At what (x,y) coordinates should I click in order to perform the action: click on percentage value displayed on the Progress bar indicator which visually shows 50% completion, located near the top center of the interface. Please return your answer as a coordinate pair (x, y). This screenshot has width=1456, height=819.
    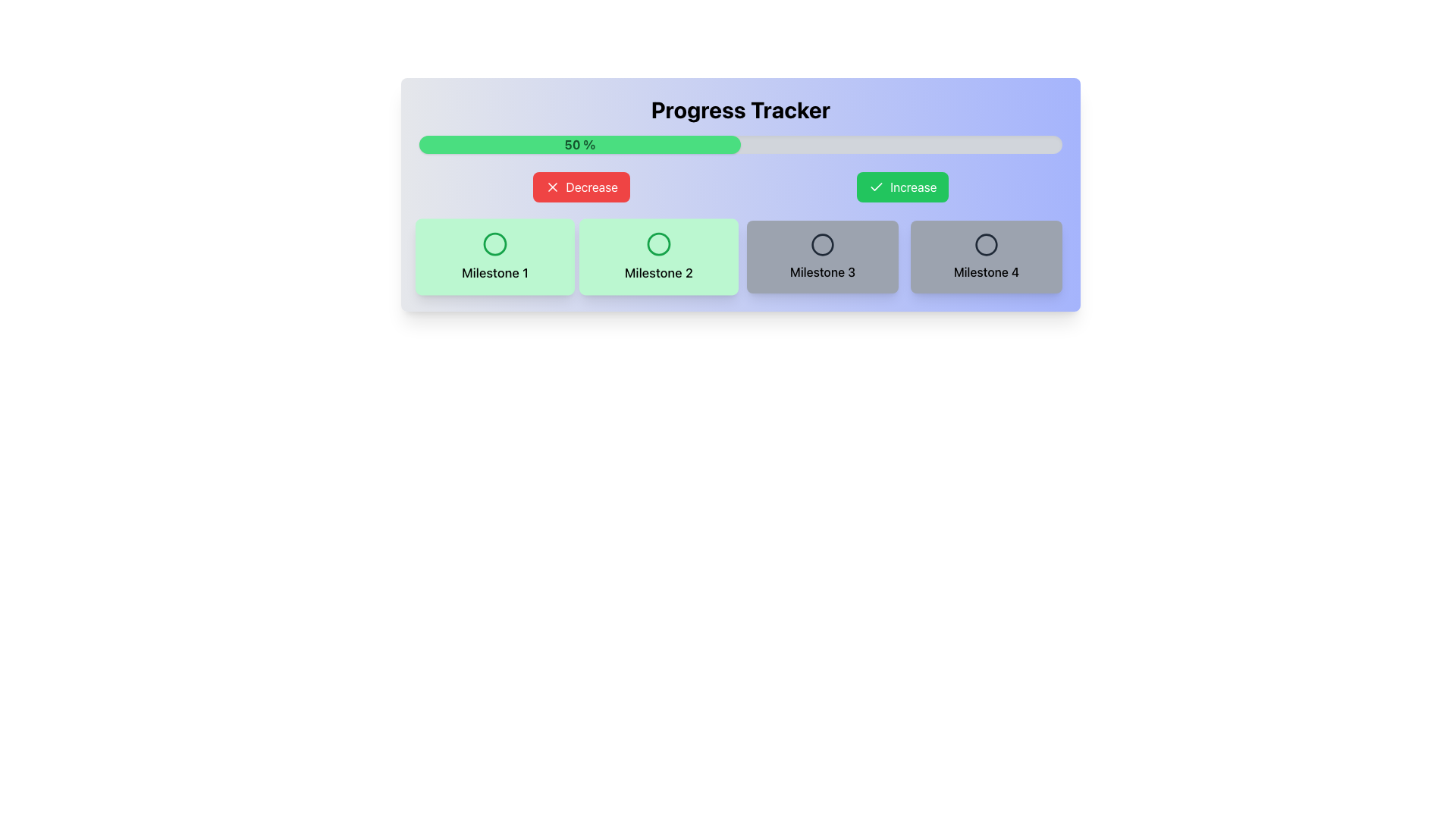
    Looking at the image, I should click on (579, 145).